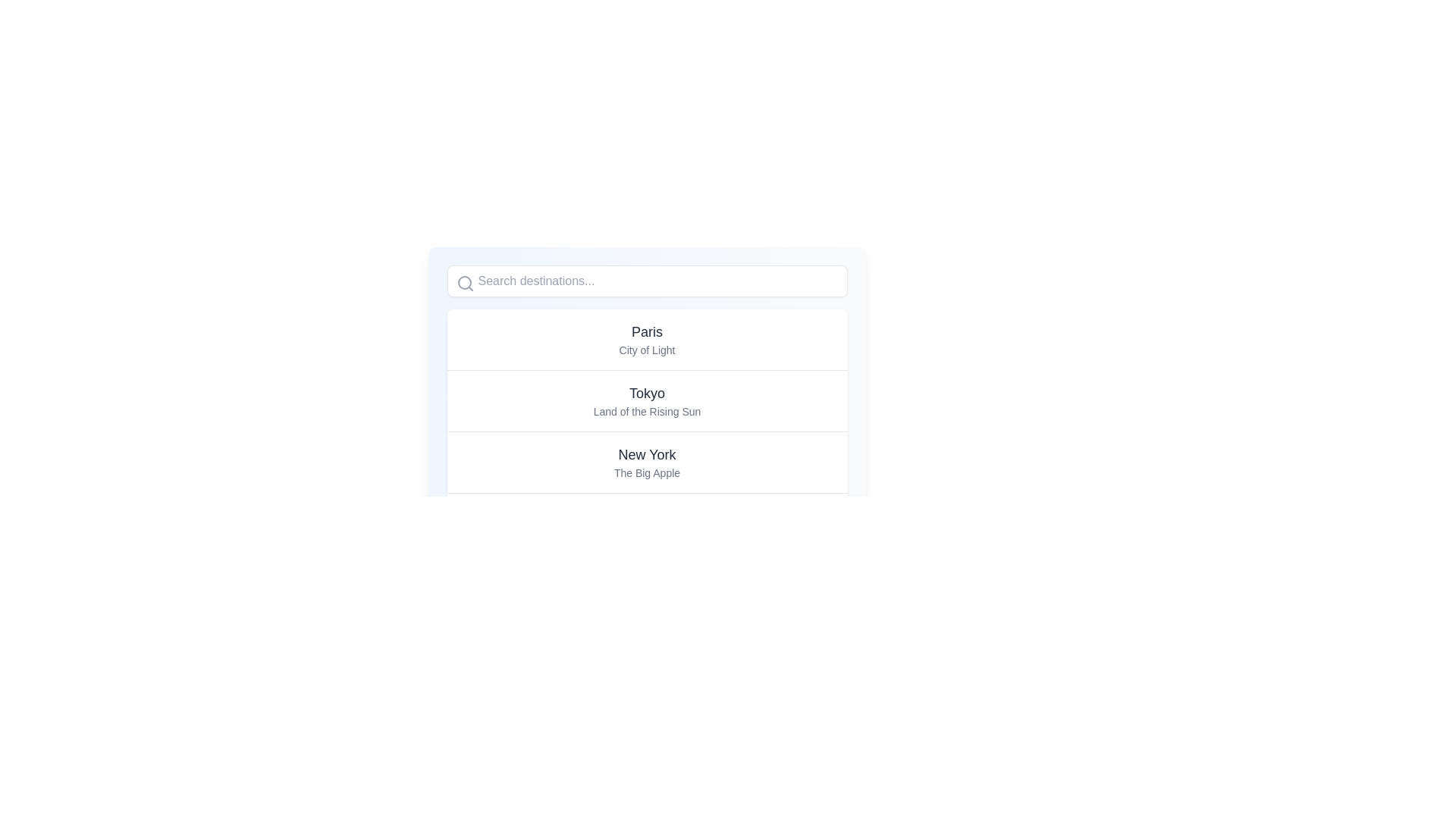 This screenshot has height=819, width=1456. I want to click on the search icon located on the left side of the text input field at the top of the interface, which indicates the search functionality, so click(464, 284).